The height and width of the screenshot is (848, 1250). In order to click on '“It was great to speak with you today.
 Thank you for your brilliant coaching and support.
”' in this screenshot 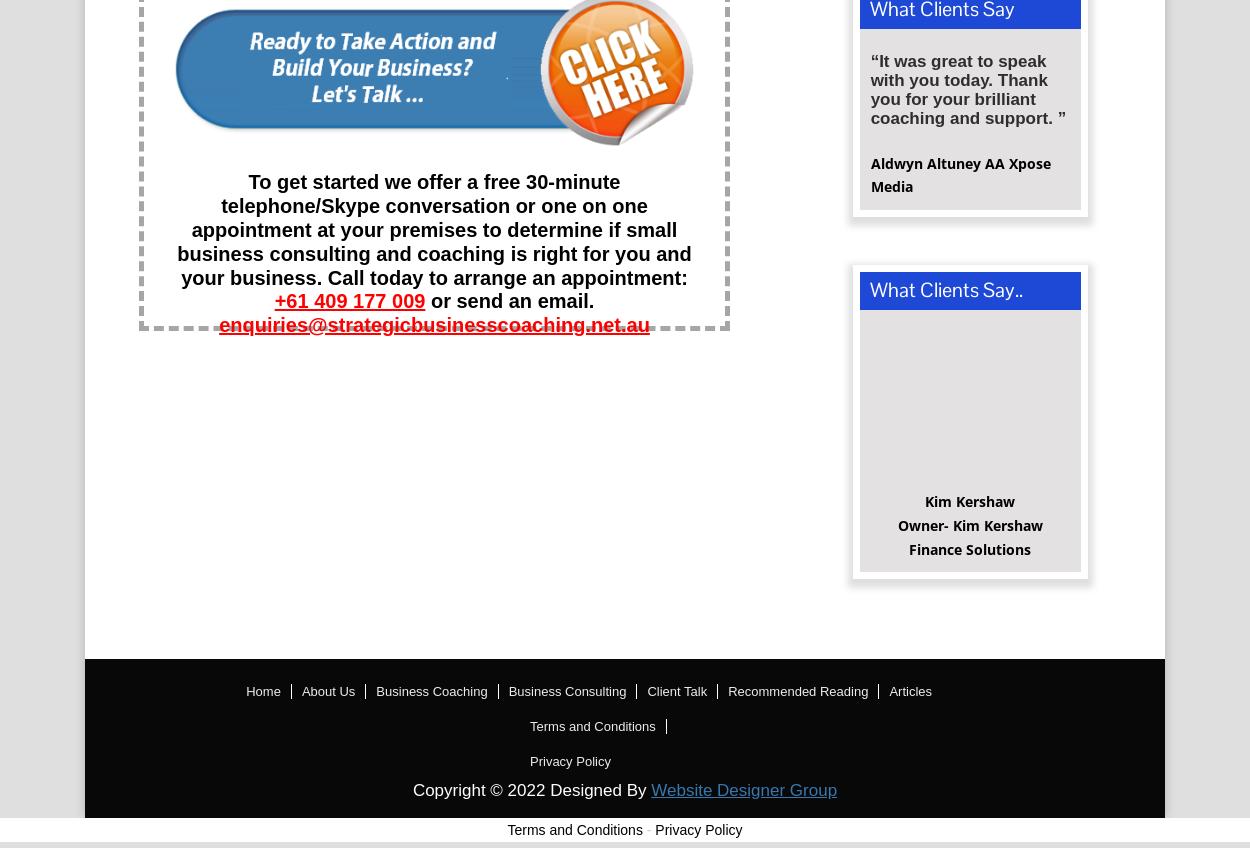, I will do `click(967, 95)`.